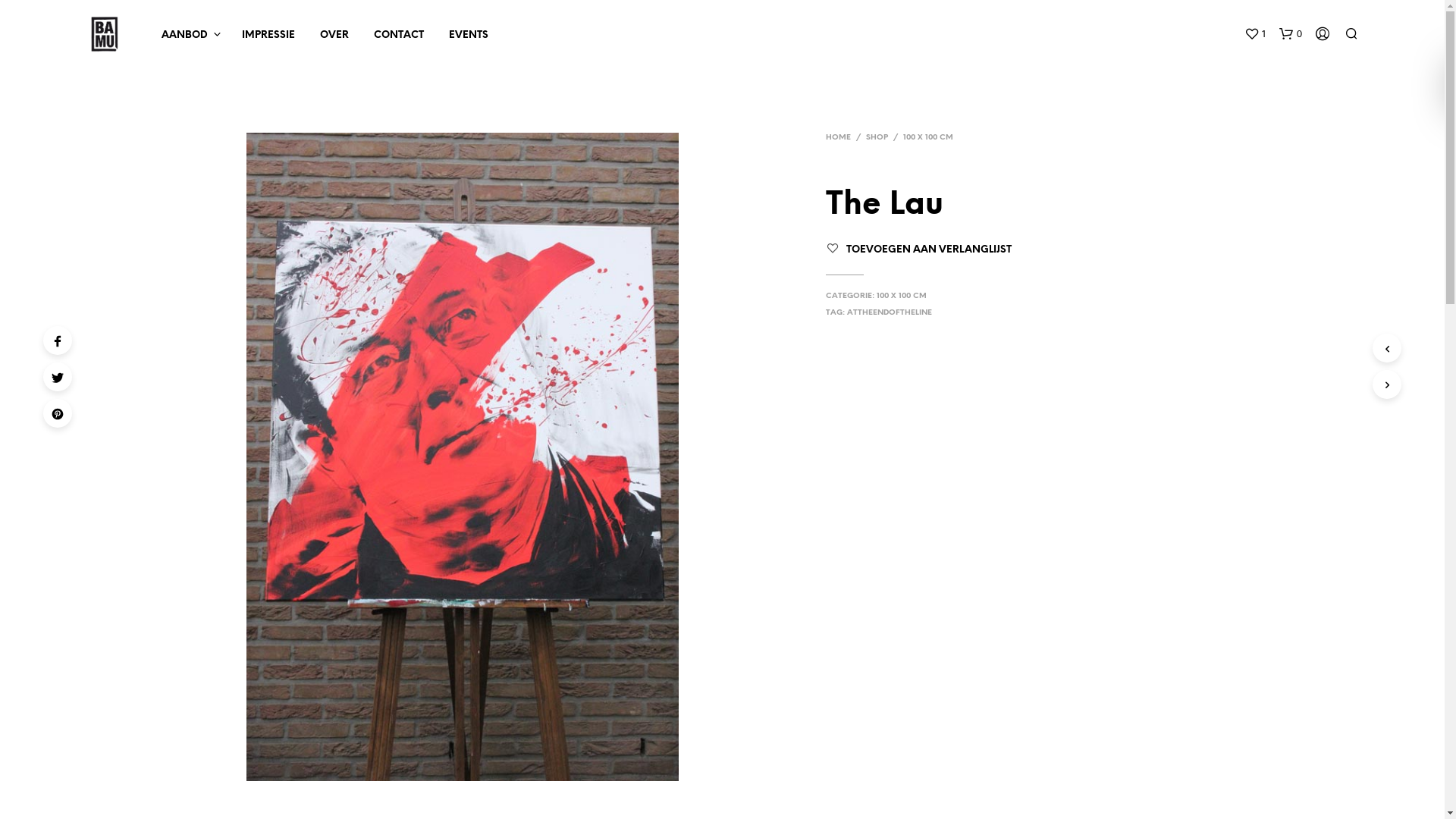  I want to click on 'TOEVOEGEN AAN VERLANGLIJST', so click(927, 249).